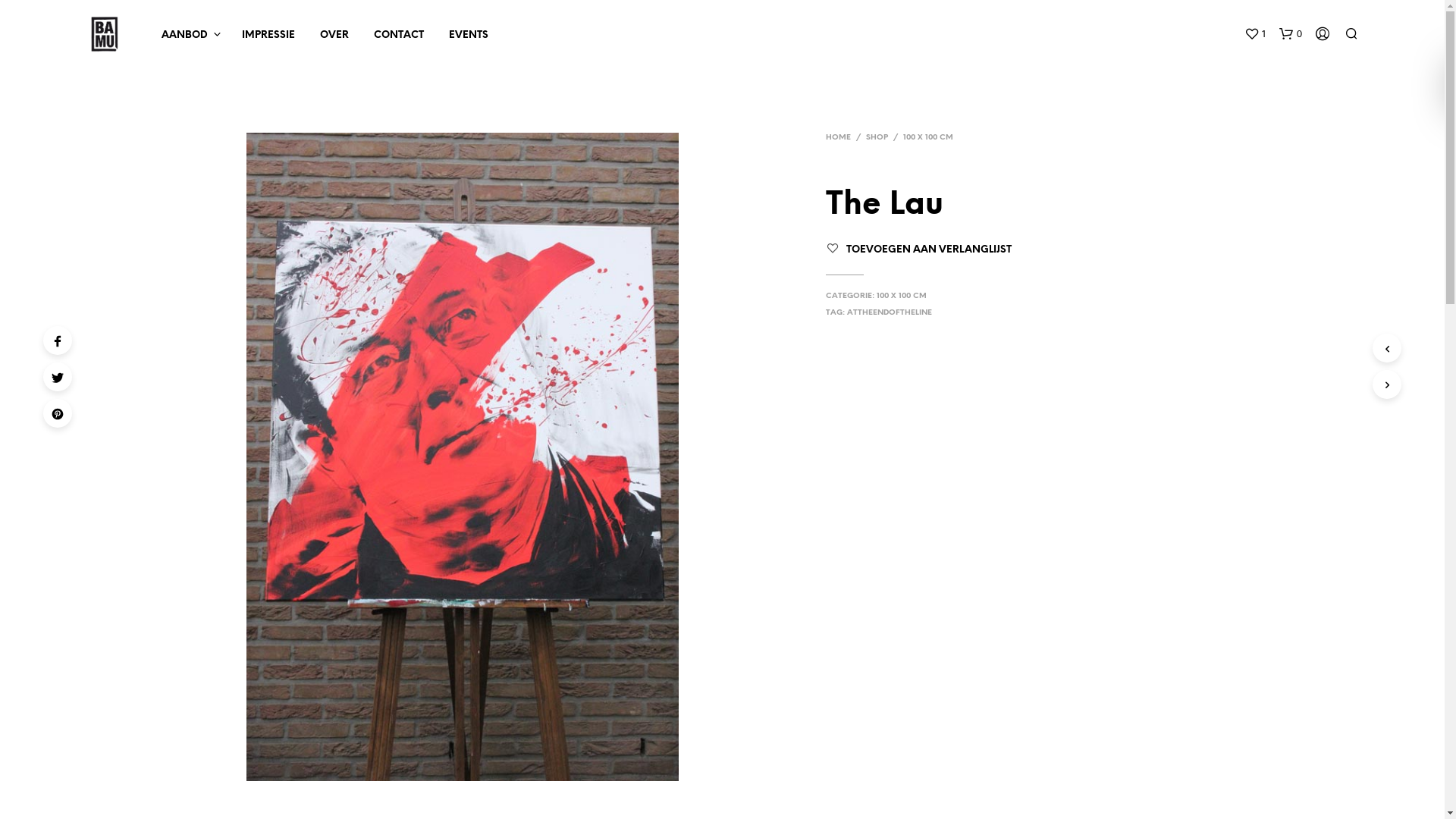  I want to click on 'TOEVOEGEN AAN VERLANGLIJST', so click(927, 249).